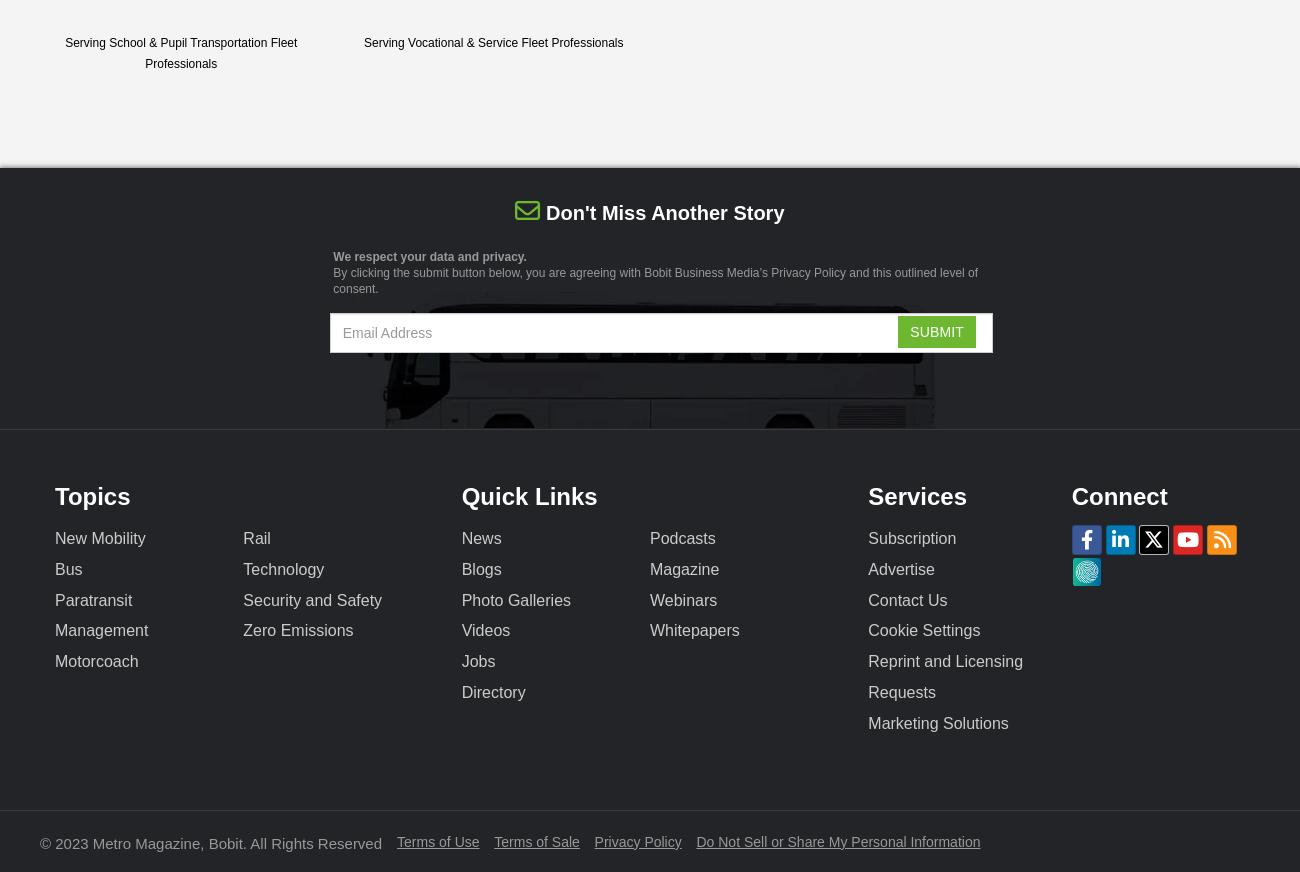  Describe the element at coordinates (493, 41) in the screenshot. I see `'Serving Vocational & Service Fleet Professionals'` at that location.